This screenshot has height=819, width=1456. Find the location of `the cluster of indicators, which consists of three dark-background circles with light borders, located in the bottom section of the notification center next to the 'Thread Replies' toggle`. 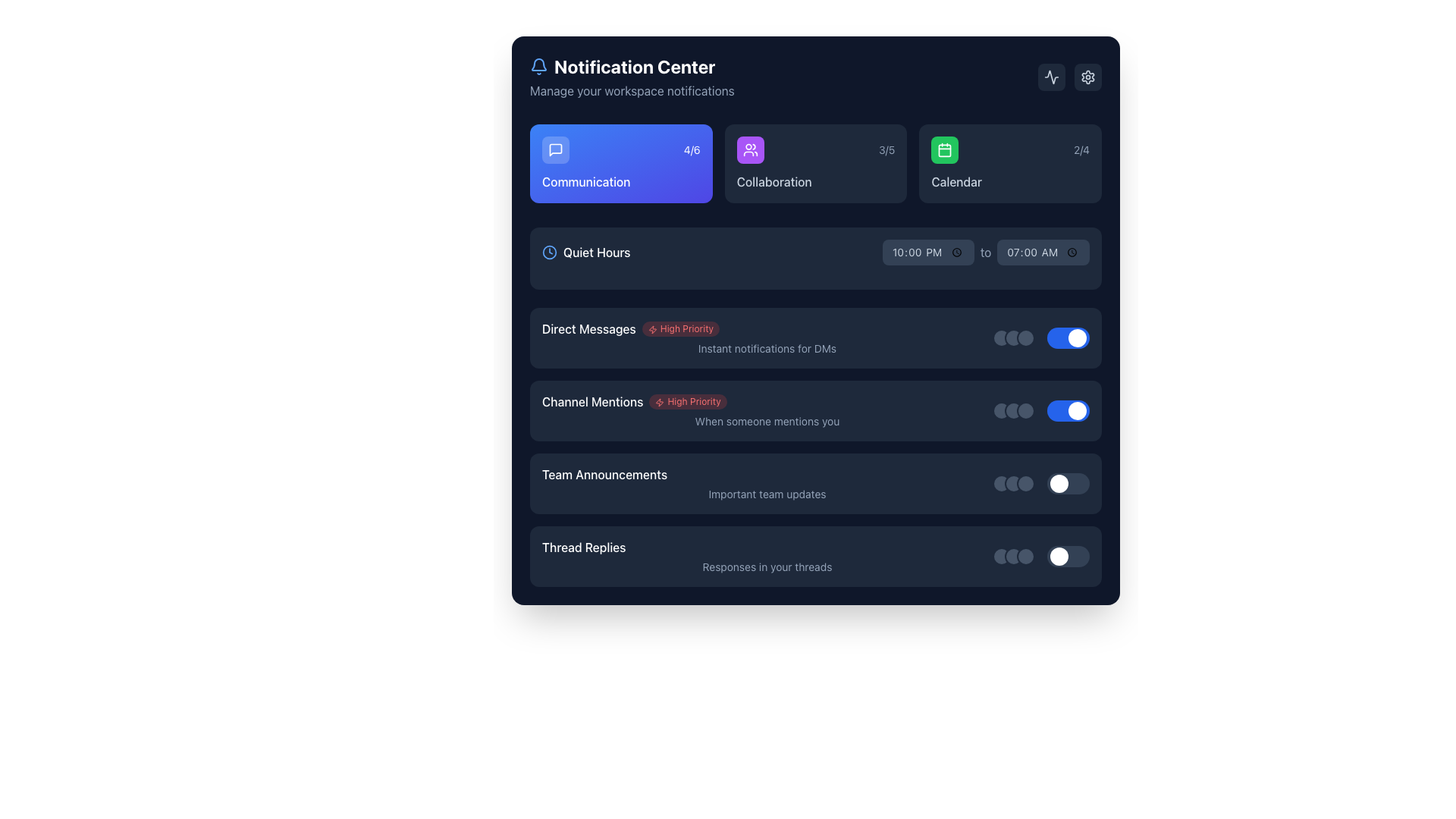

the cluster of indicators, which consists of three dark-background circles with light borders, located in the bottom section of the notification center next to the 'Thread Replies' toggle is located at coordinates (1014, 556).